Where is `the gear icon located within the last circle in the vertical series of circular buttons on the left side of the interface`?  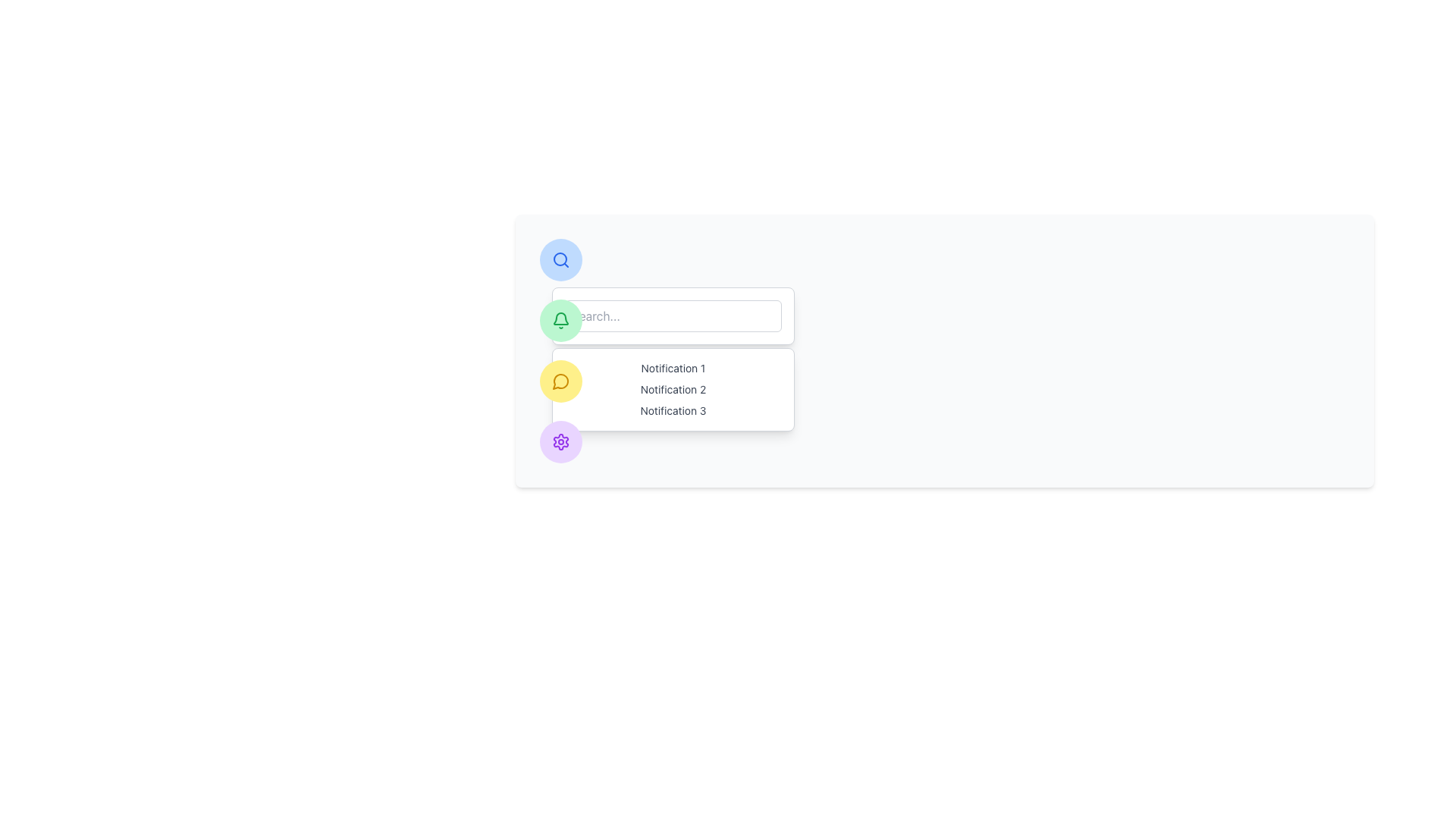
the gear icon located within the last circle in the vertical series of circular buttons on the left side of the interface is located at coordinates (560, 441).